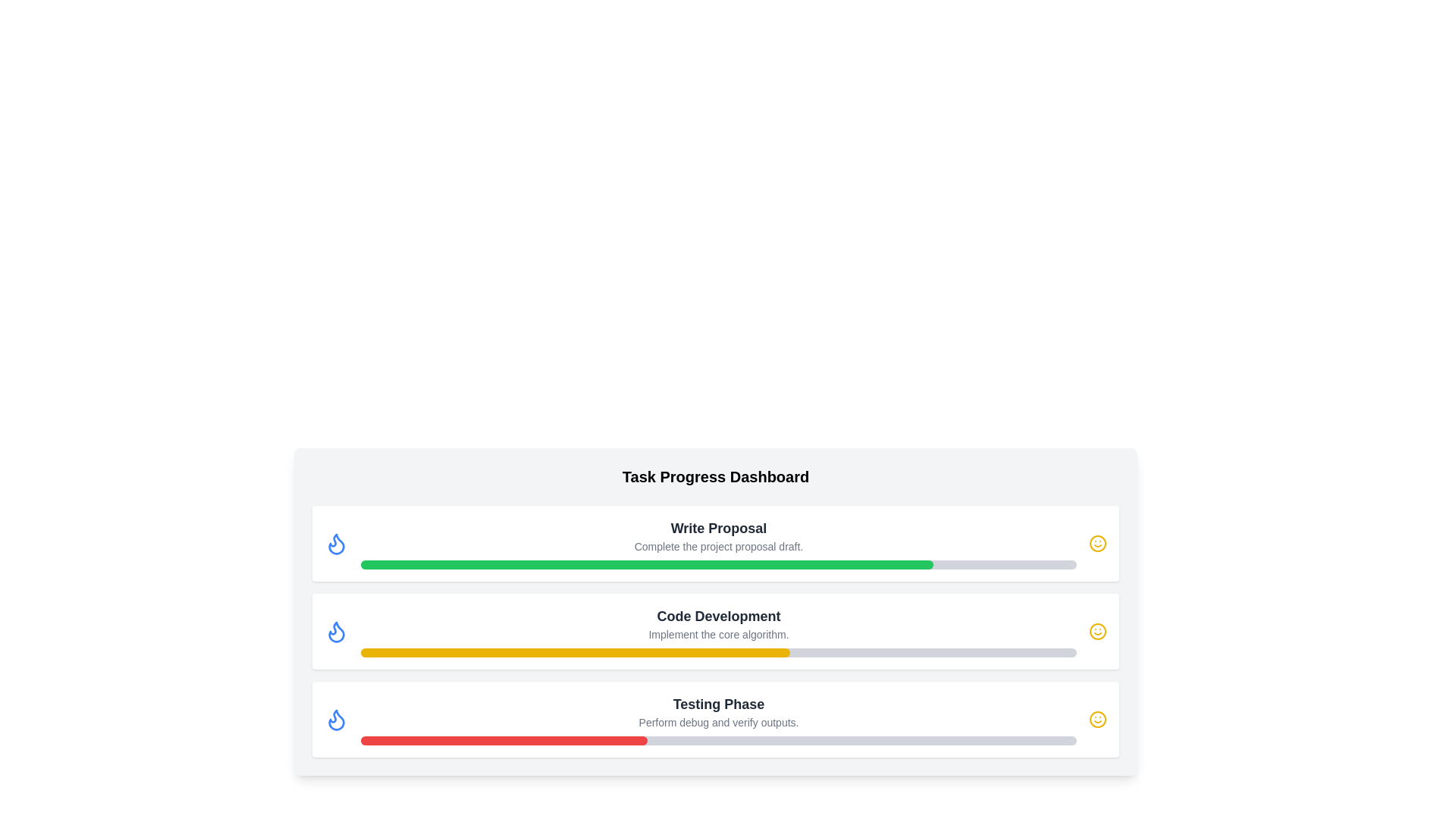 This screenshot has height=819, width=1456. What do you see at coordinates (336, 543) in the screenshot?
I see `the urgency icon located in the top-left corner of the 'Write Proposal' card` at bounding box center [336, 543].